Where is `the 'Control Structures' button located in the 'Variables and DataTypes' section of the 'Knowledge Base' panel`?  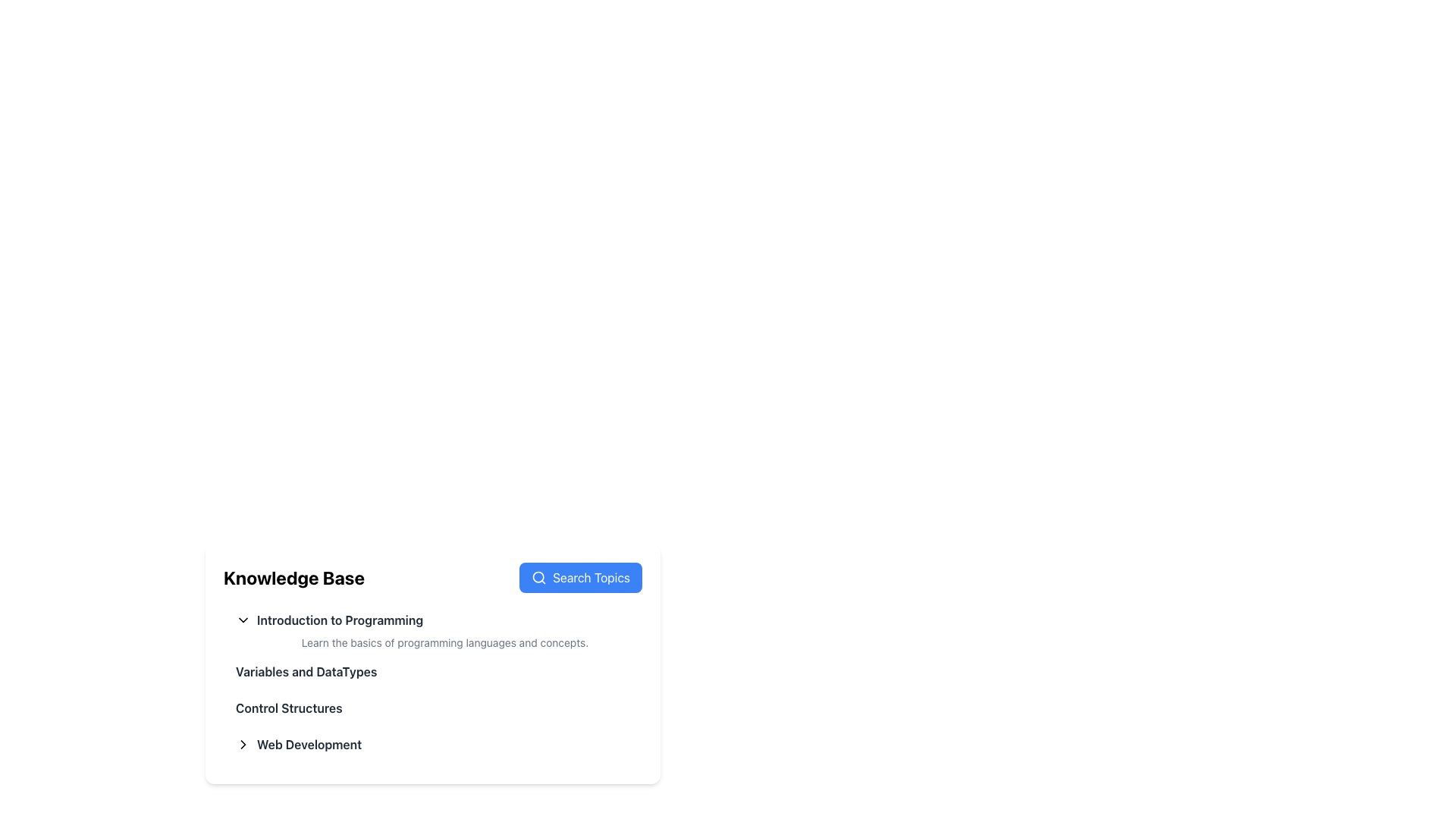
the 'Control Structures' button located in the 'Variables and DataTypes' section of the 'Knowledge Base' panel is located at coordinates (289, 708).